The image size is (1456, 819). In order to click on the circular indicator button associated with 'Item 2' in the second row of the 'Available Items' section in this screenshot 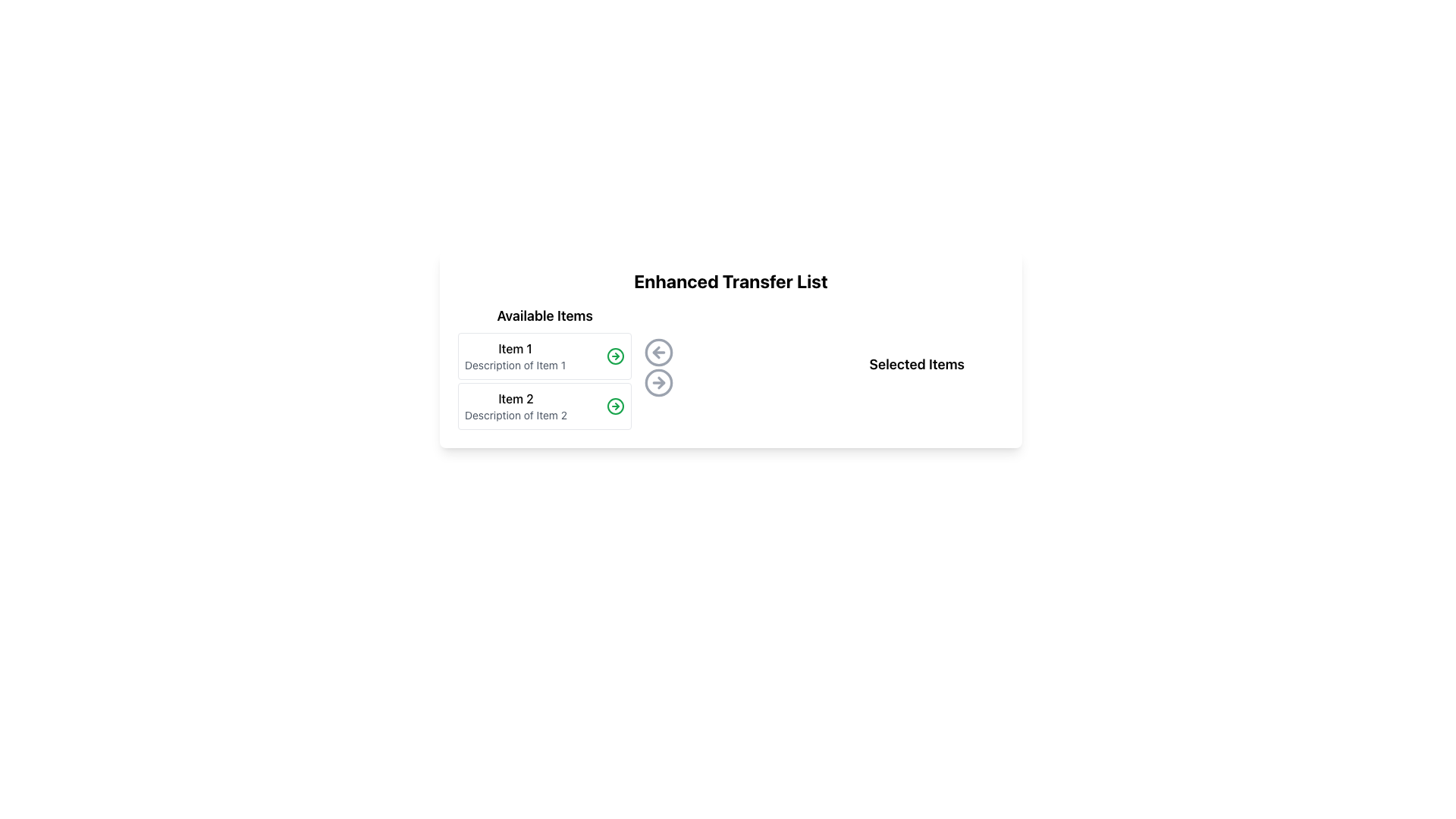, I will do `click(616, 356)`.